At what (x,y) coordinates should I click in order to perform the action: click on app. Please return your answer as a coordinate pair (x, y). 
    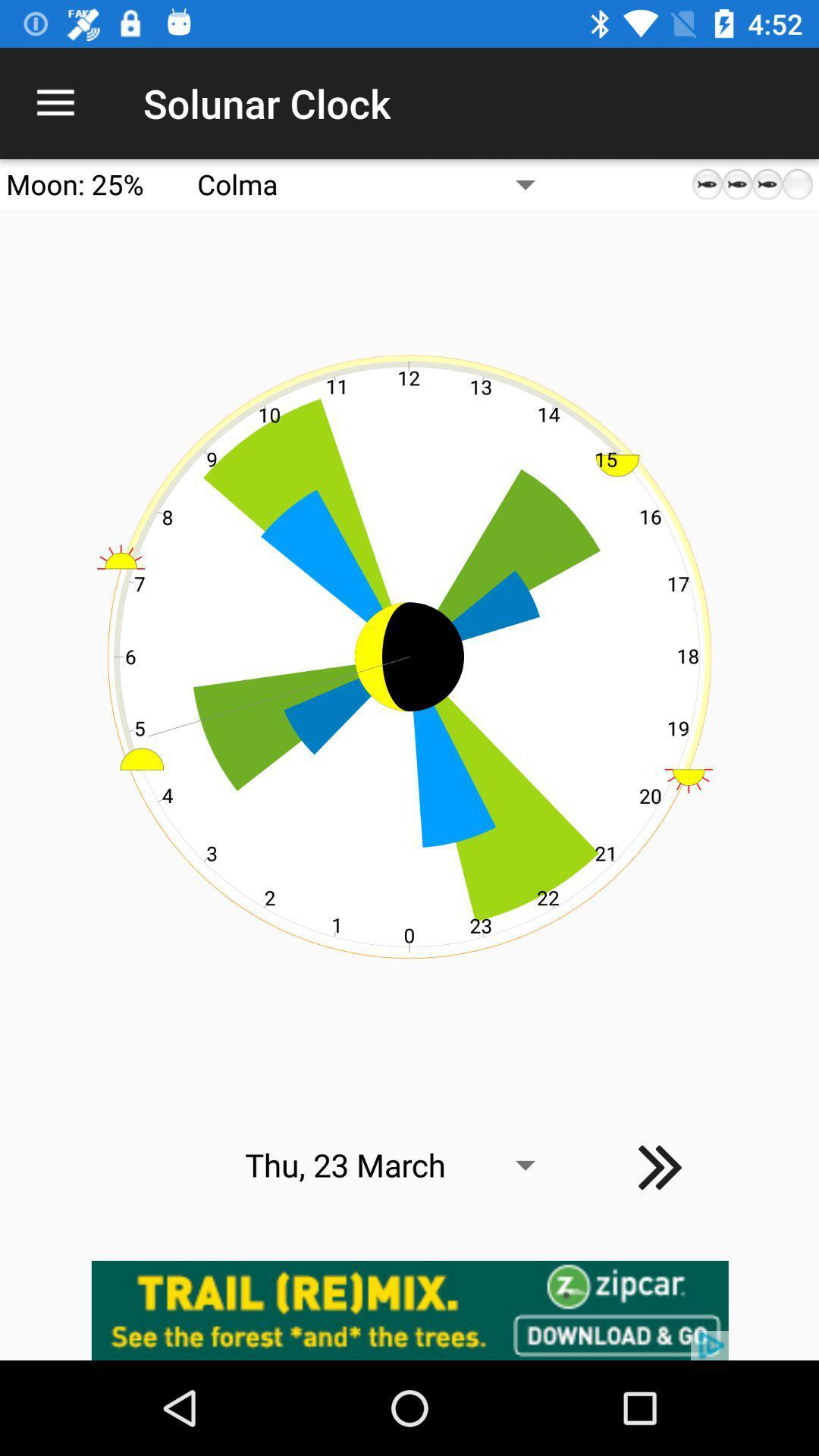
    Looking at the image, I should click on (409, 1310).